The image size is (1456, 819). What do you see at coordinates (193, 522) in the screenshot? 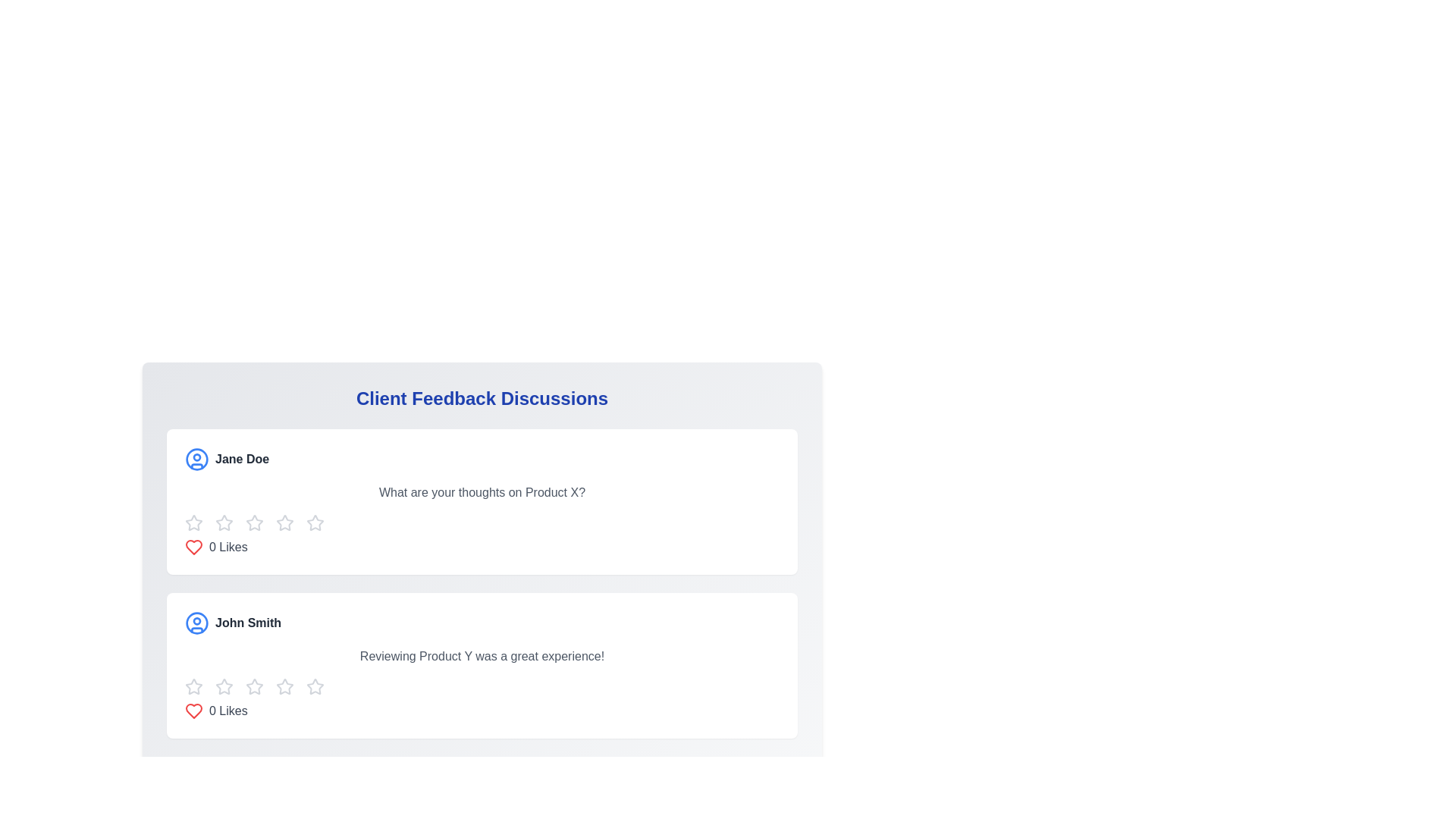
I see `the first rating star icon in the feedback section for 'Jane Doe'` at bounding box center [193, 522].